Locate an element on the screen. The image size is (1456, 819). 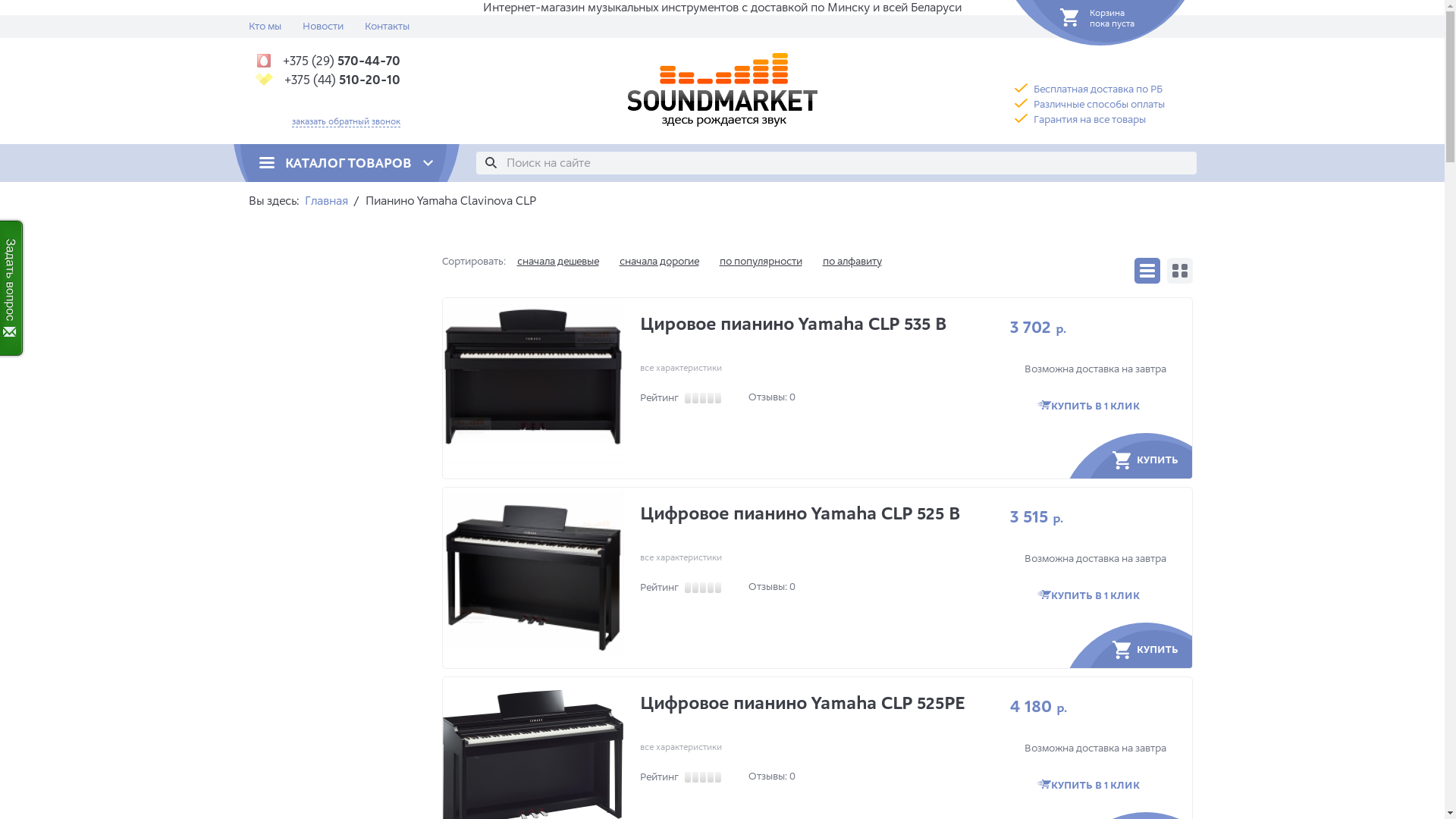
'+375 (44) 510-20-10' is located at coordinates (323, 79).